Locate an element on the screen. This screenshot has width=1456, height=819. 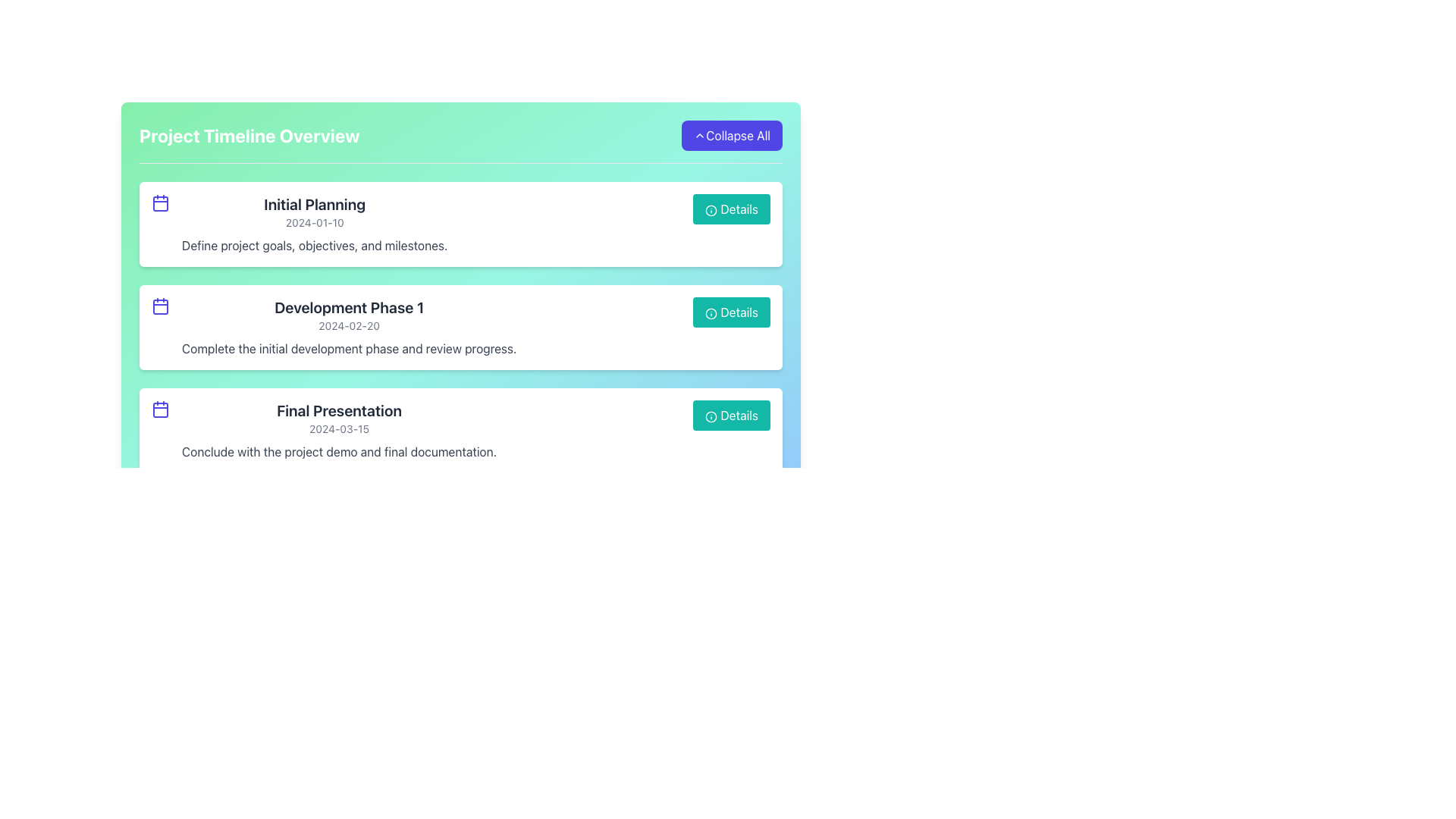
the text label displaying the date '2024-02-20' in gray font, located beneath 'Development Phase 1' and above the description in the second card of project phases is located at coordinates (348, 325).